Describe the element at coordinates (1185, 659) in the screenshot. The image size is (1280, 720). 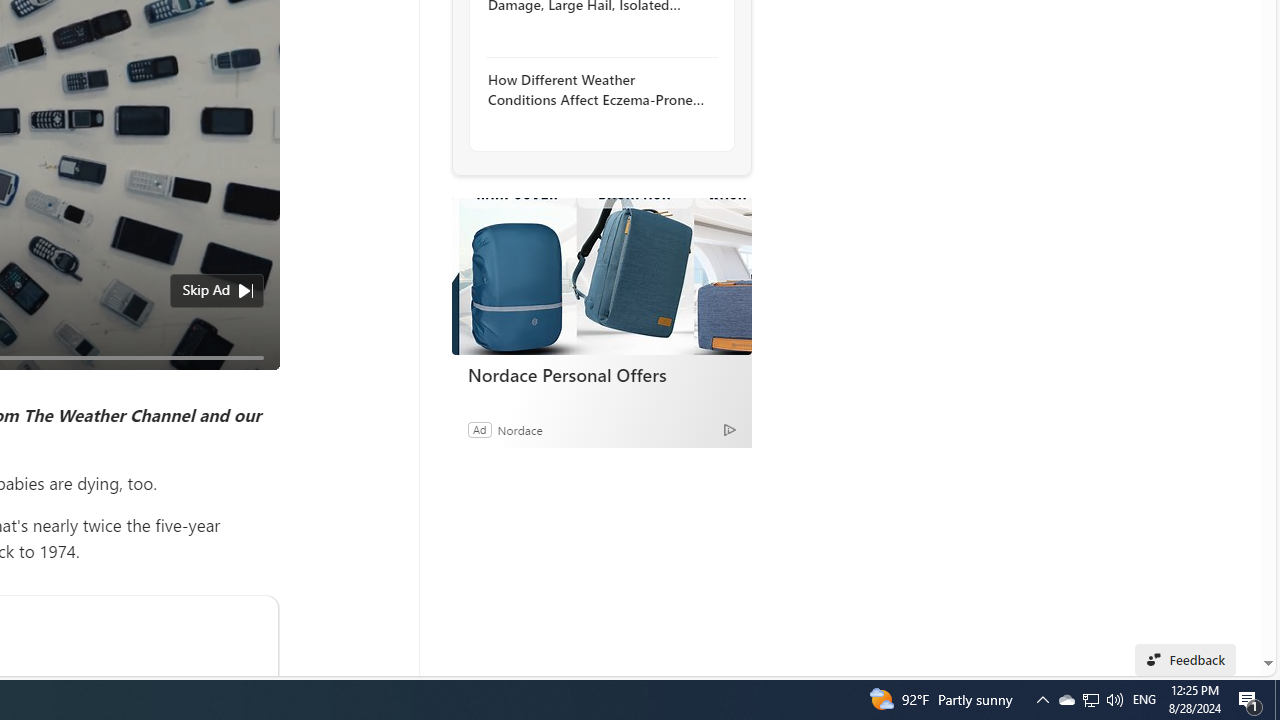
I see `'Feedback'` at that location.